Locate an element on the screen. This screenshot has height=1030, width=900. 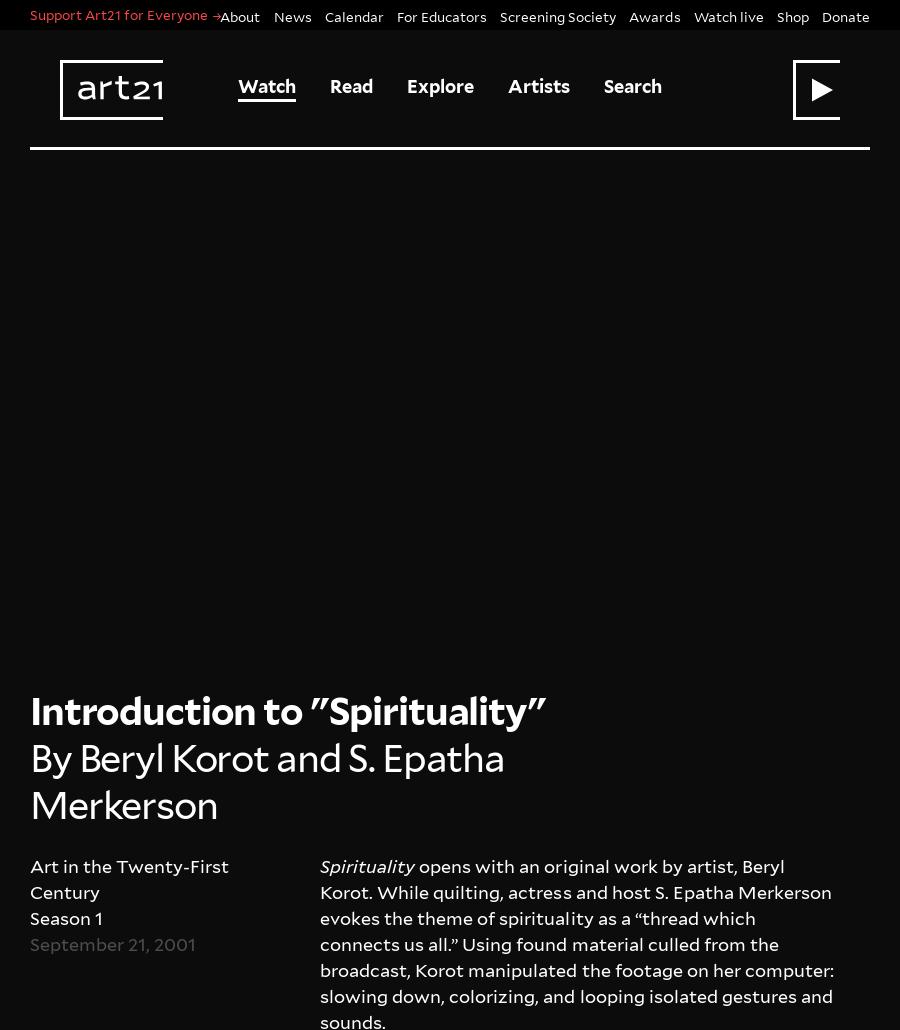
'About' is located at coordinates (28, 891).